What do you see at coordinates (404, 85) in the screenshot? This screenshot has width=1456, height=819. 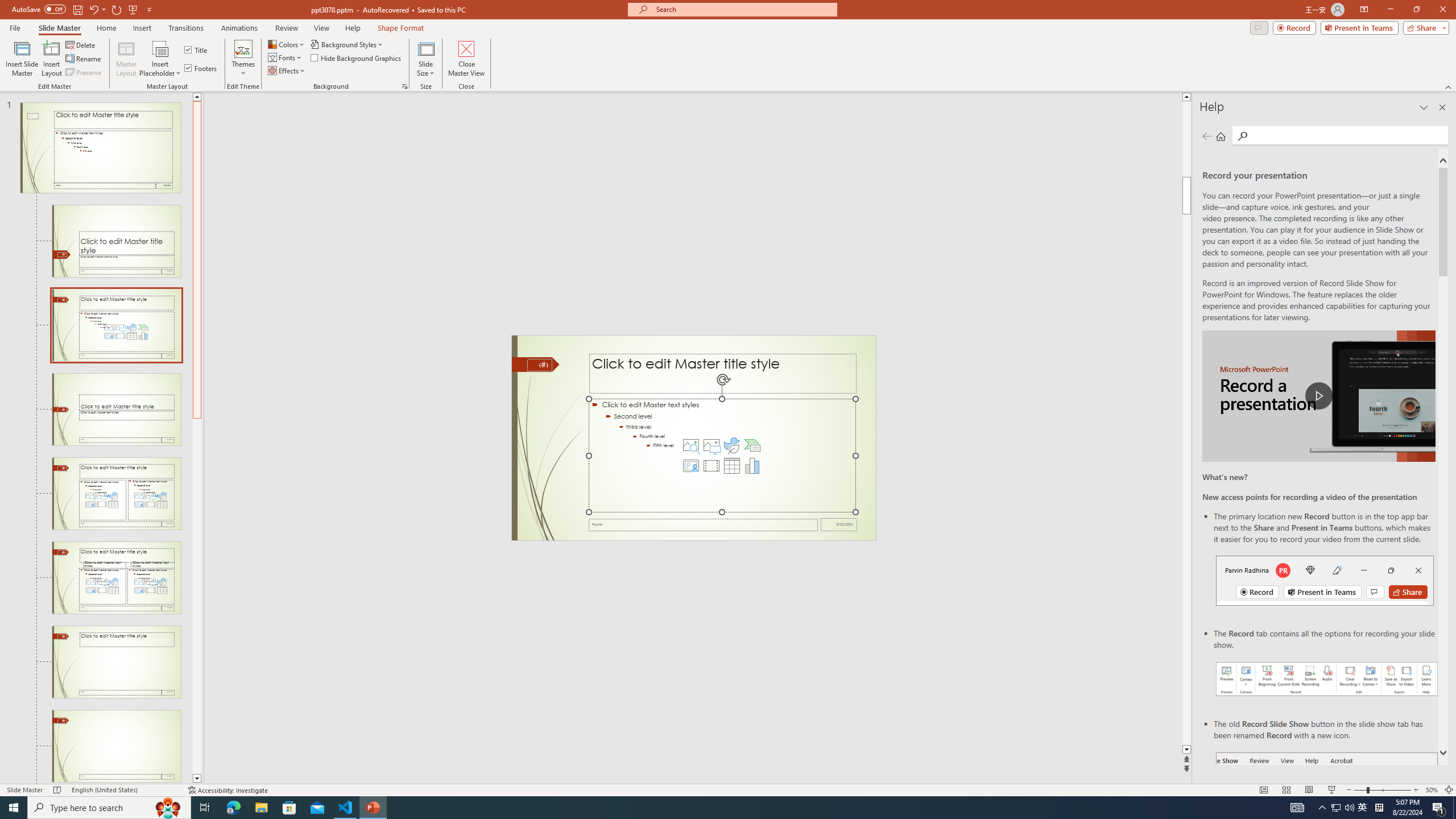 I see `'Format Background...'` at bounding box center [404, 85].